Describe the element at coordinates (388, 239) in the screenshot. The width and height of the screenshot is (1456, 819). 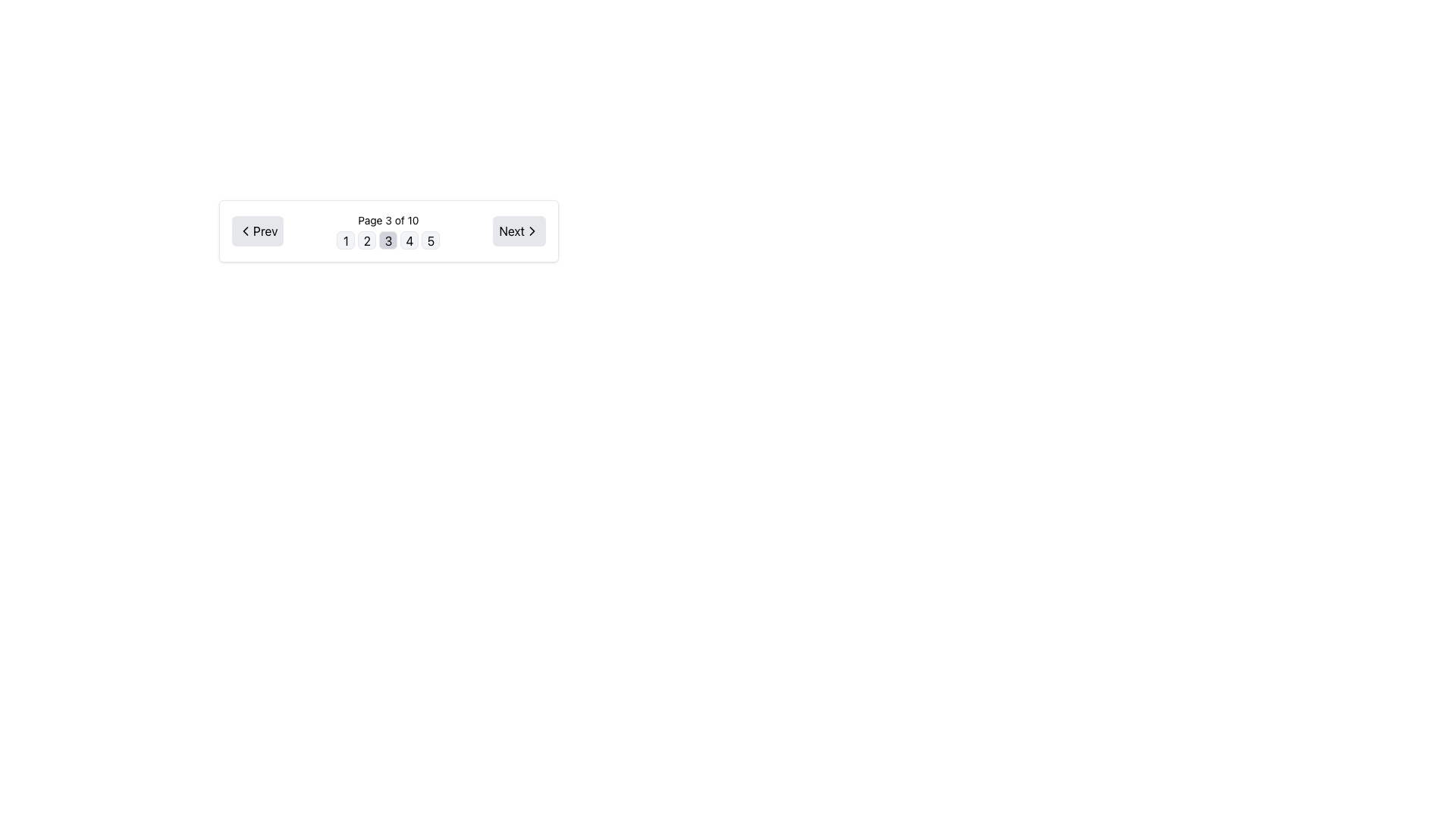
I see `the square button with a light gray background and the number '3' centered in black text` at that location.